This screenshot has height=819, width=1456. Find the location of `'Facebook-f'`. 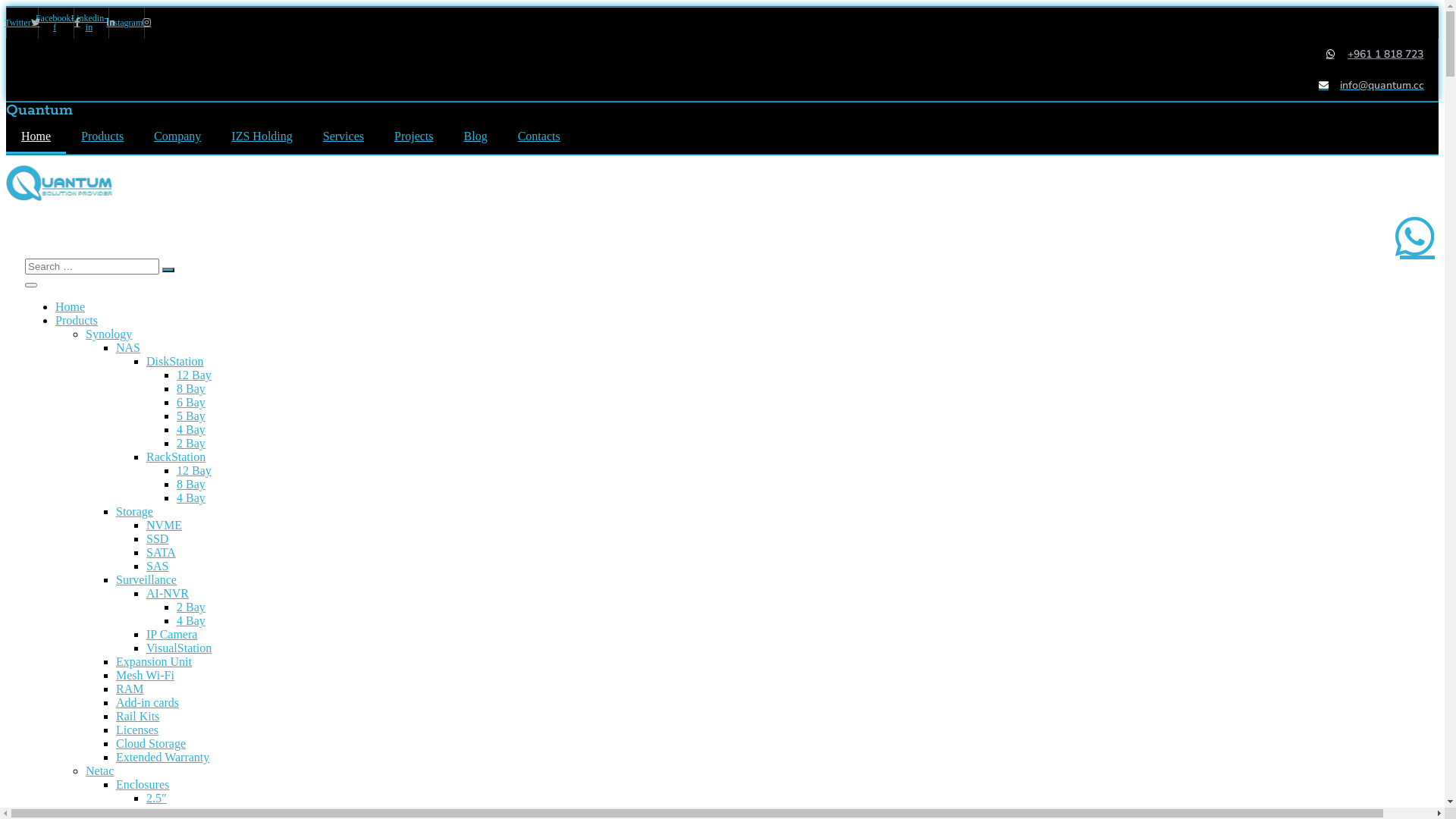

'Facebook-f' is located at coordinates (58, 23).